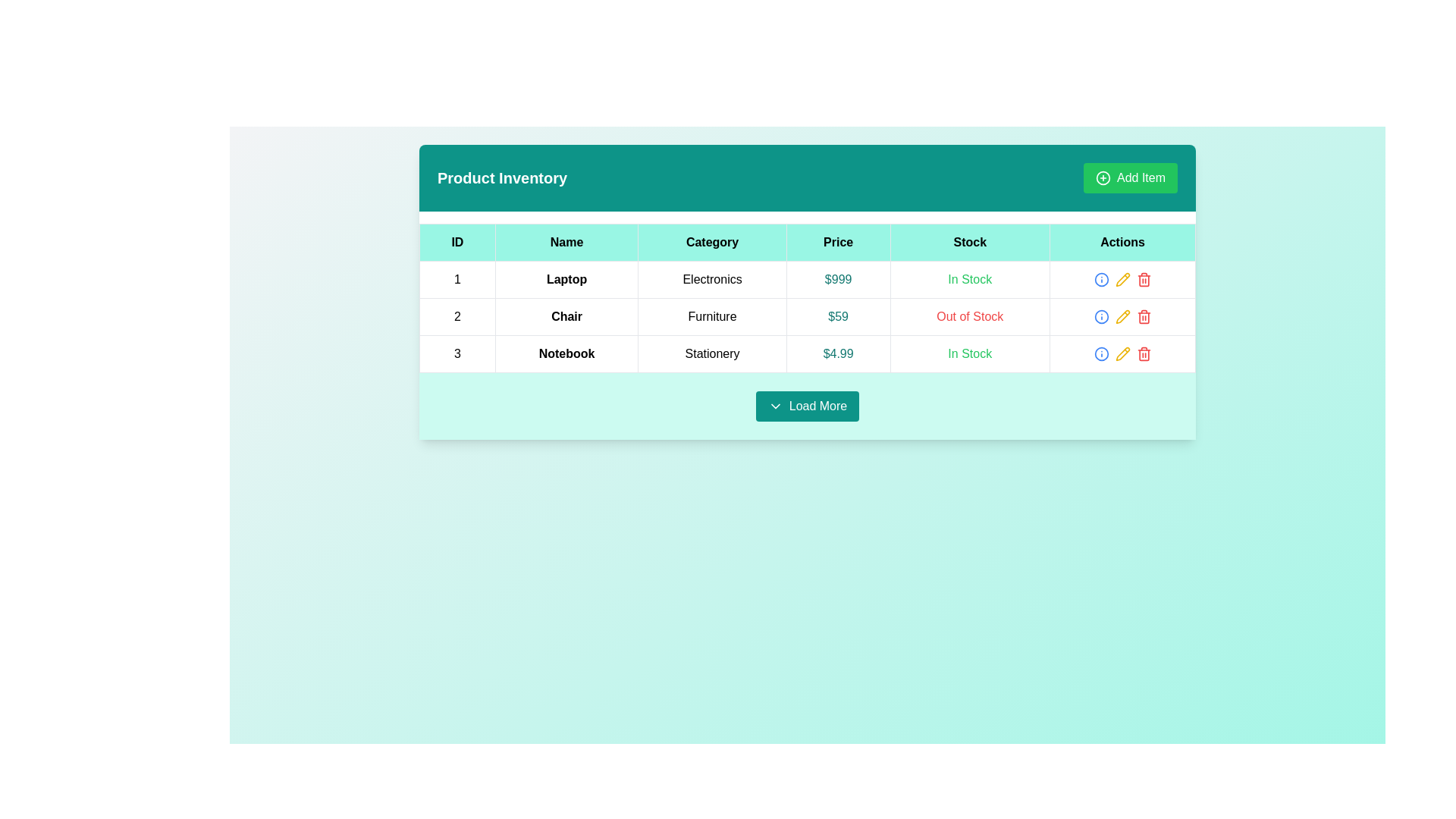 The image size is (1456, 819). What do you see at coordinates (457, 353) in the screenshot?
I see `the table cell containing the number '3'` at bounding box center [457, 353].